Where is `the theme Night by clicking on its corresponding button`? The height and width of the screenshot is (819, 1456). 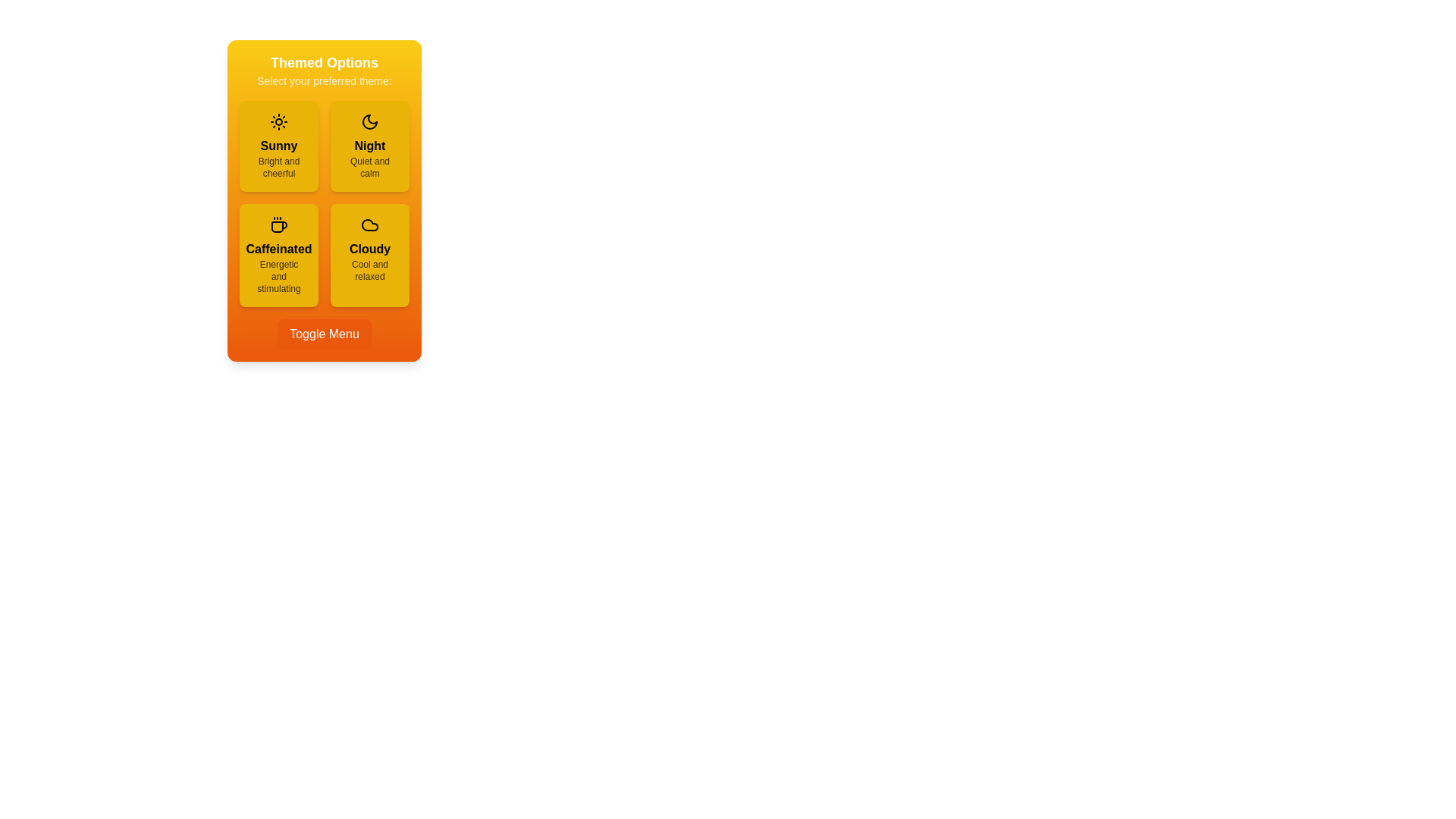 the theme Night by clicking on its corresponding button is located at coordinates (370, 146).